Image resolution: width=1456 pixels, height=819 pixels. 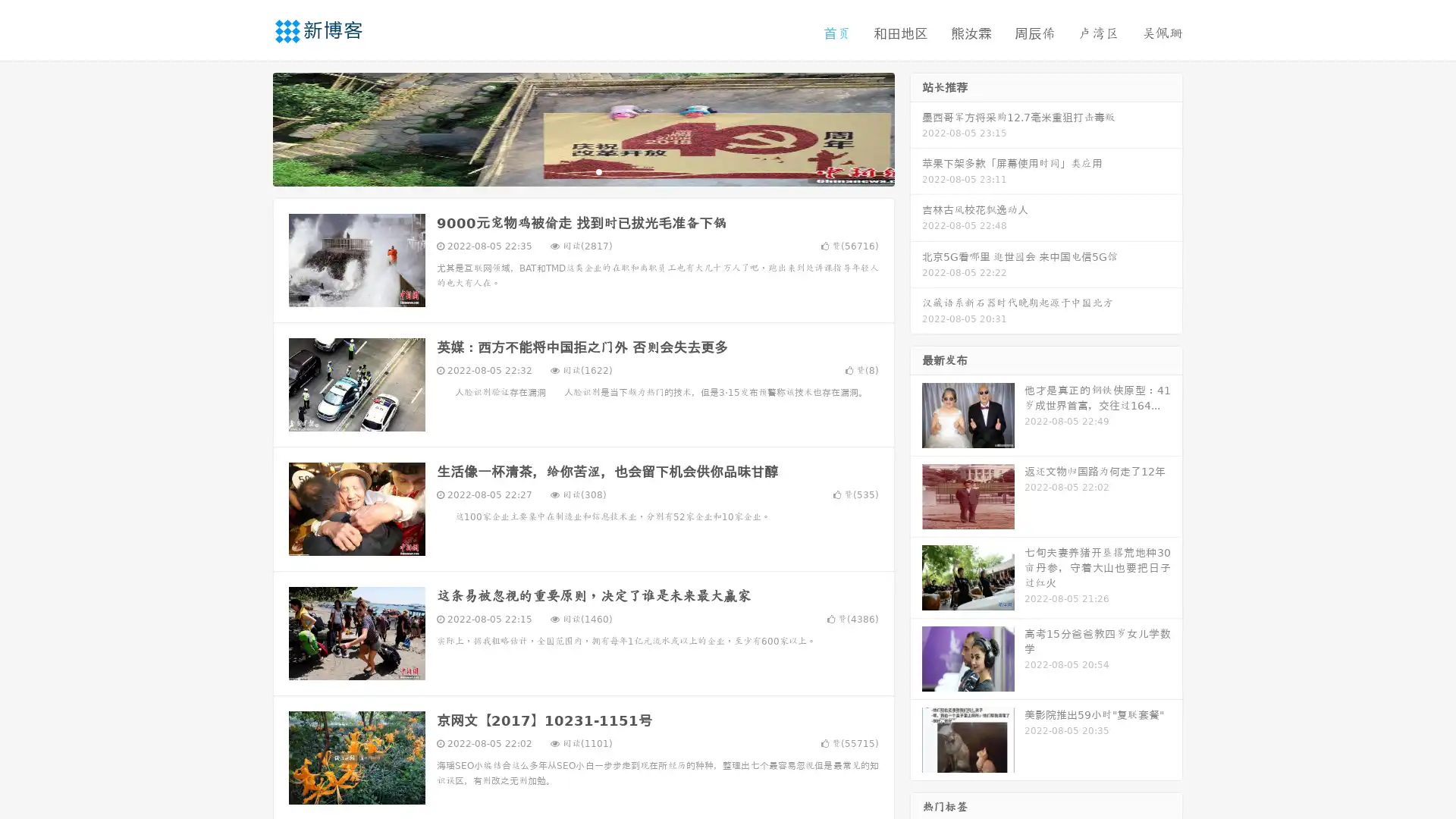 What do you see at coordinates (916, 127) in the screenshot?
I see `Next slide` at bounding box center [916, 127].